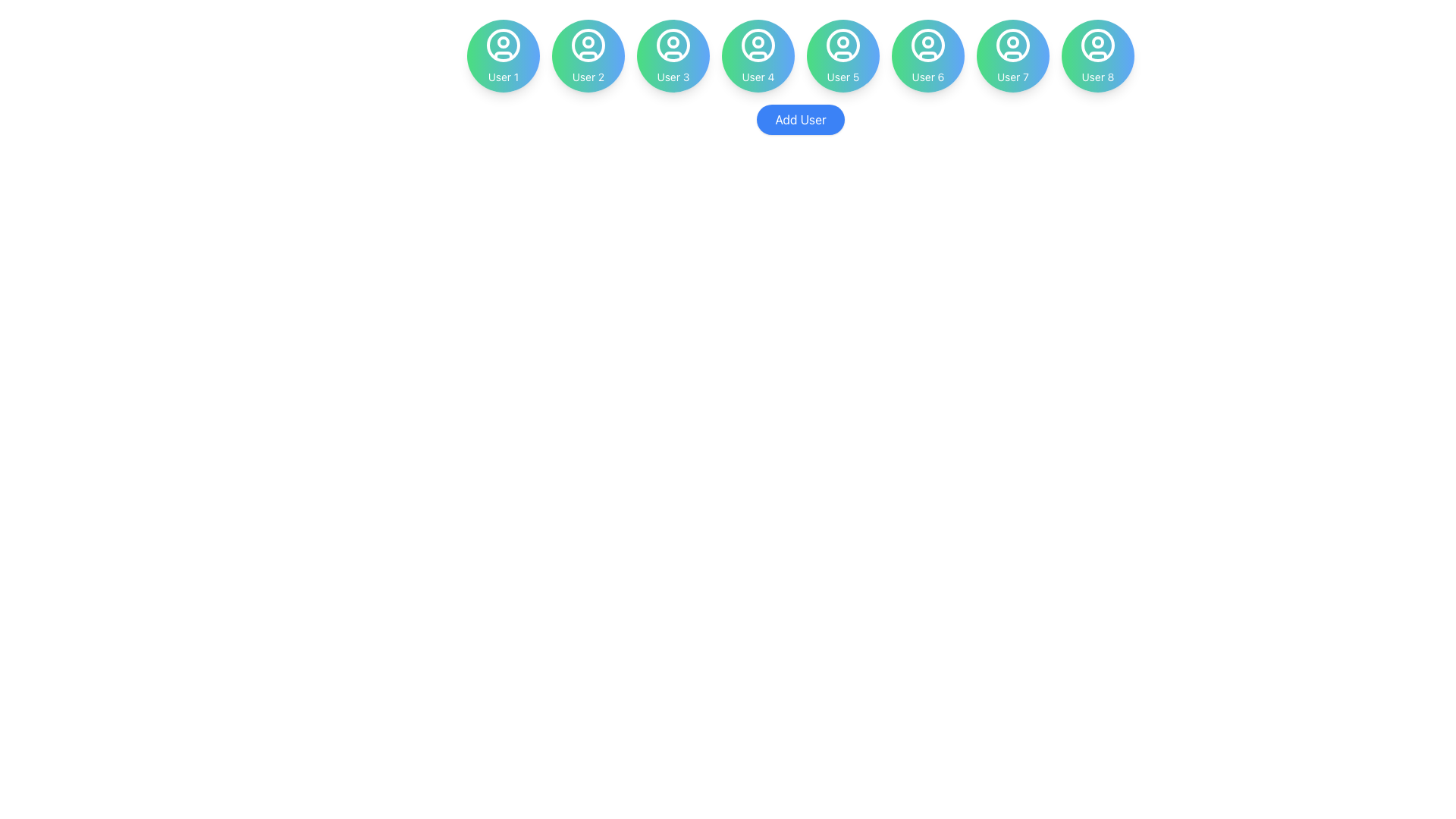 Image resolution: width=1456 pixels, height=819 pixels. Describe the element at coordinates (673, 77) in the screenshot. I see `the text label that identifies 'User 3', positioned under the user icon in the 3rd position from the left` at that location.